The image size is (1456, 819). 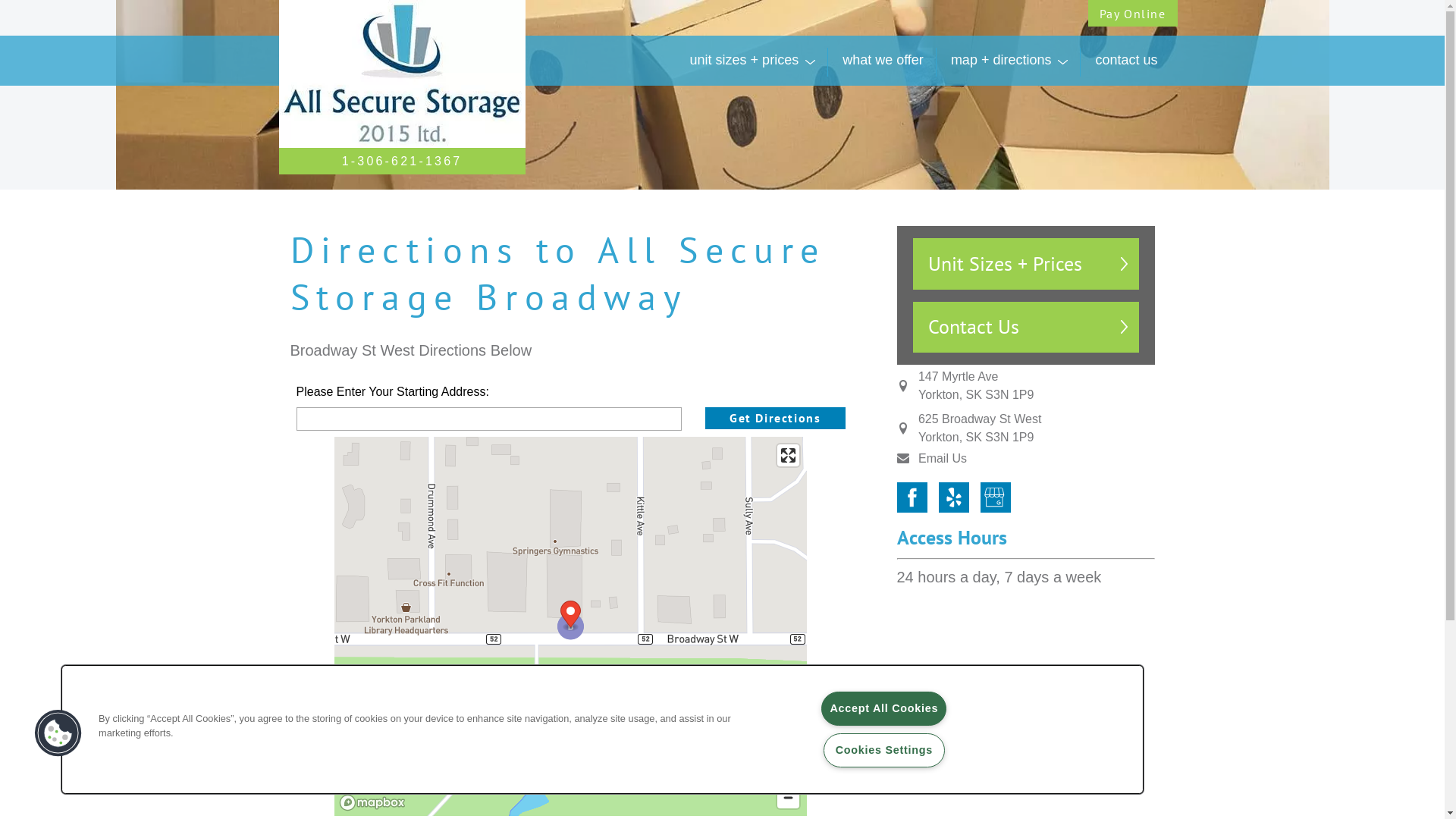 What do you see at coordinates (402, 161) in the screenshot?
I see `'1-306-621-1367'` at bounding box center [402, 161].